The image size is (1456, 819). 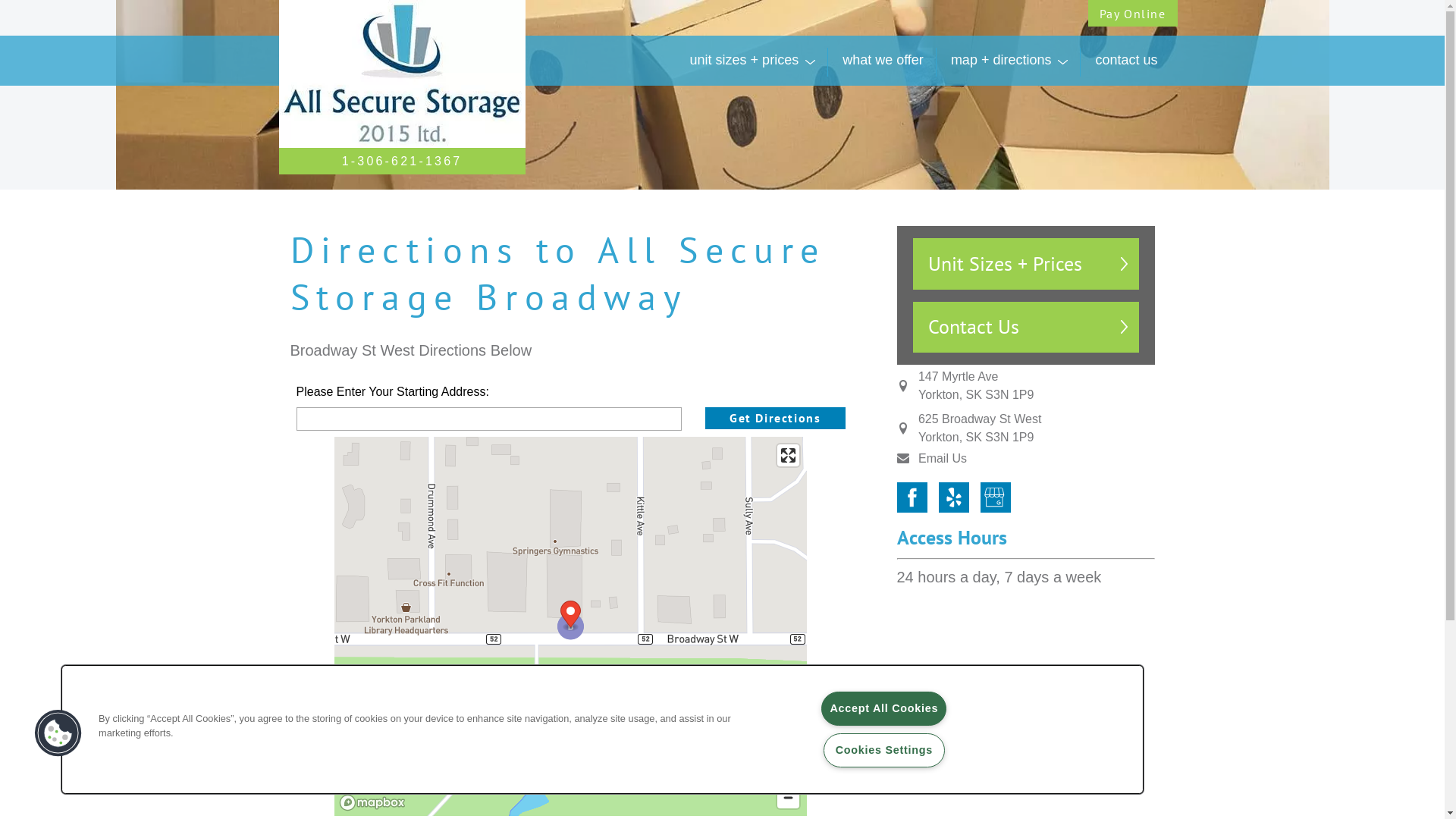 What do you see at coordinates (402, 161) in the screenshot?
I see `'1-306-621-1367'` at bounding box center [402, 161].